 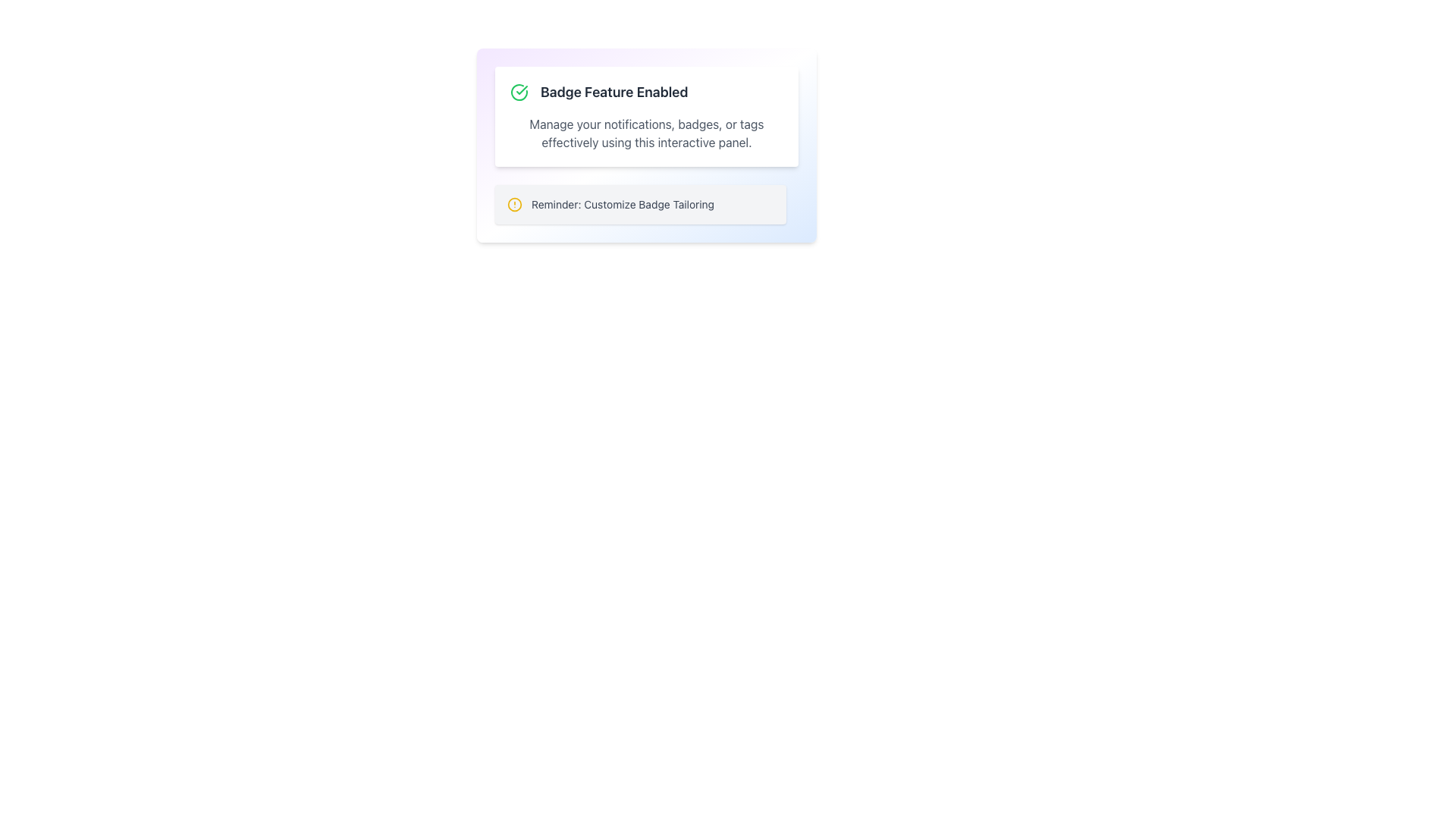 I want to click on the bold text label displaying 'Badge Feature Enabled', which is positioned to the right of a green checkmark icon in the upper section of the interface, so click(x=614, y=93).